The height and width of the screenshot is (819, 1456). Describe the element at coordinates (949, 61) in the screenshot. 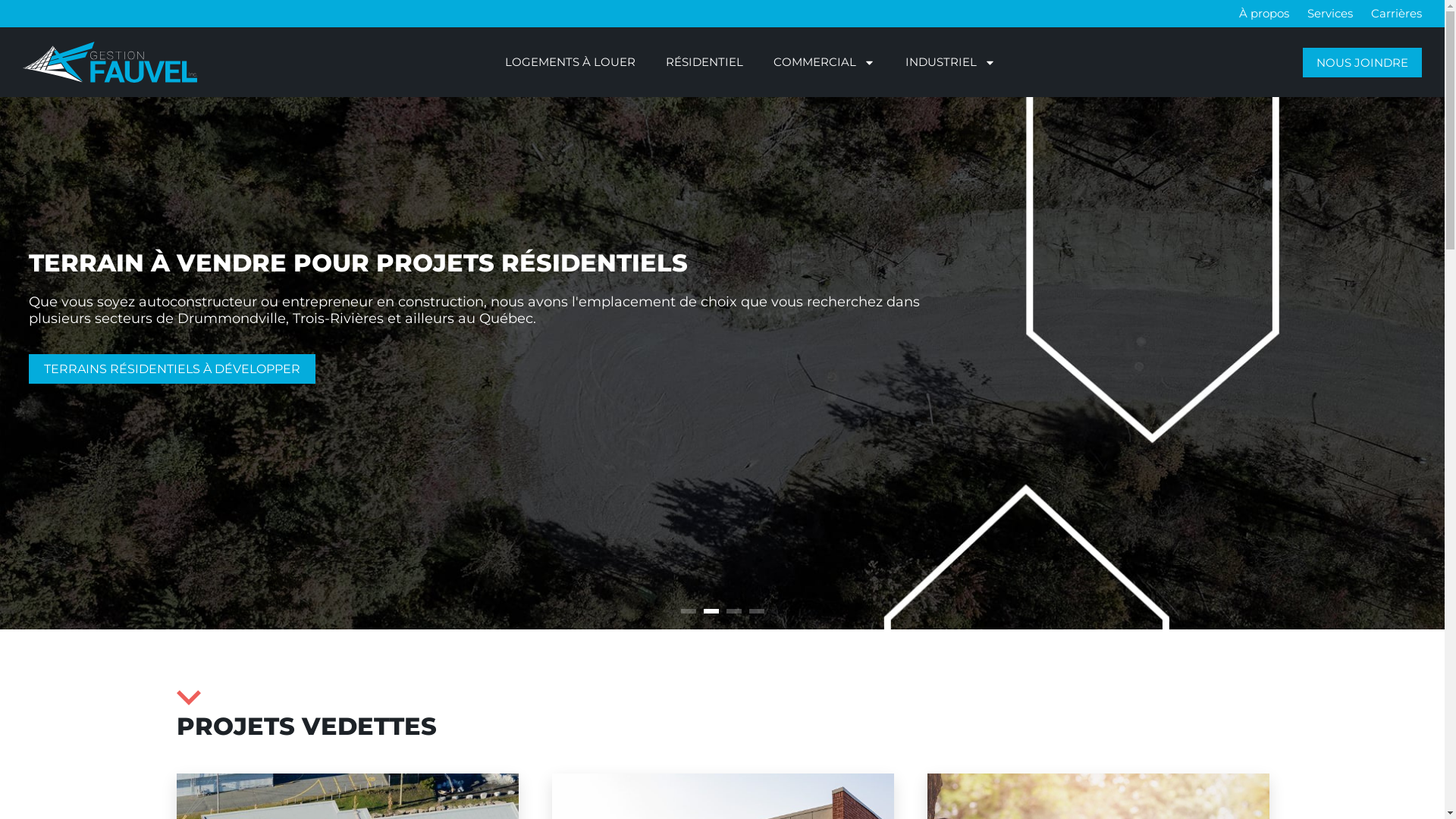

I see `'INDUSTRIEL'` at that location.